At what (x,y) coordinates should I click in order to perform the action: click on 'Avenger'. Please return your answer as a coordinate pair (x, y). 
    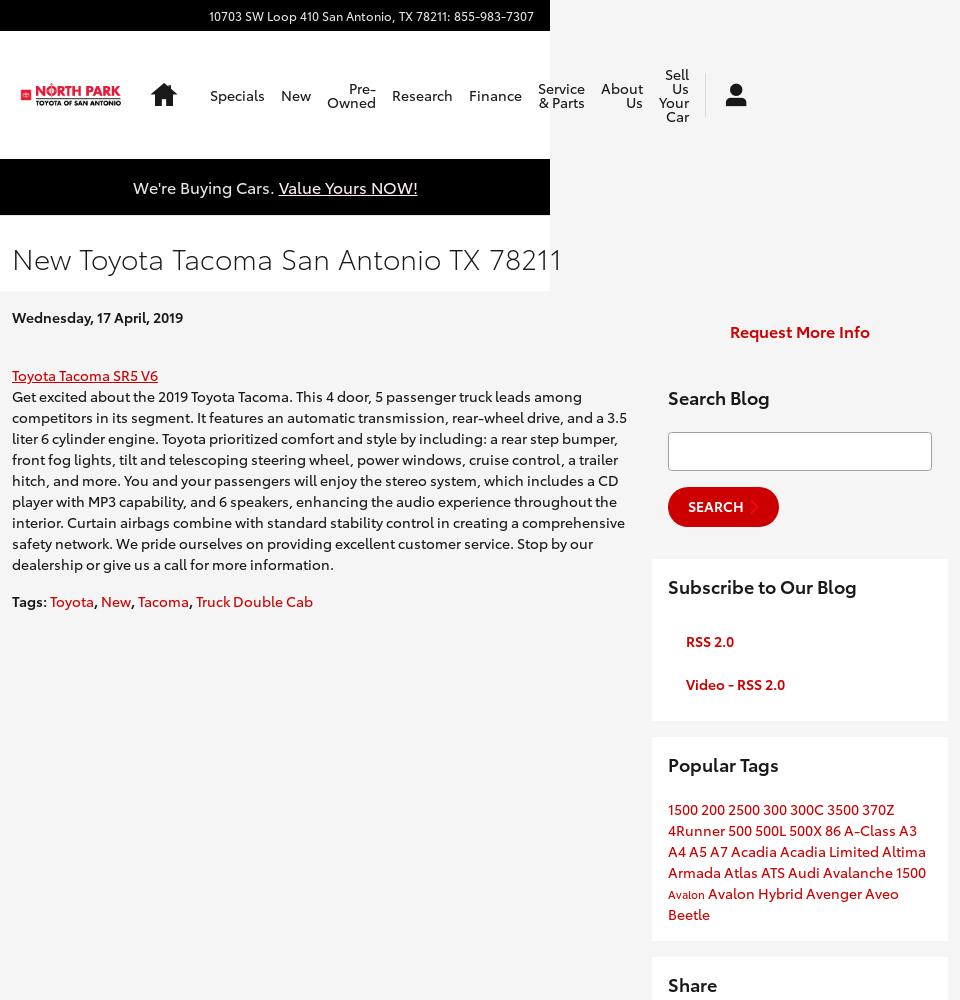
    Looking at the image, I should click on (806, 892).